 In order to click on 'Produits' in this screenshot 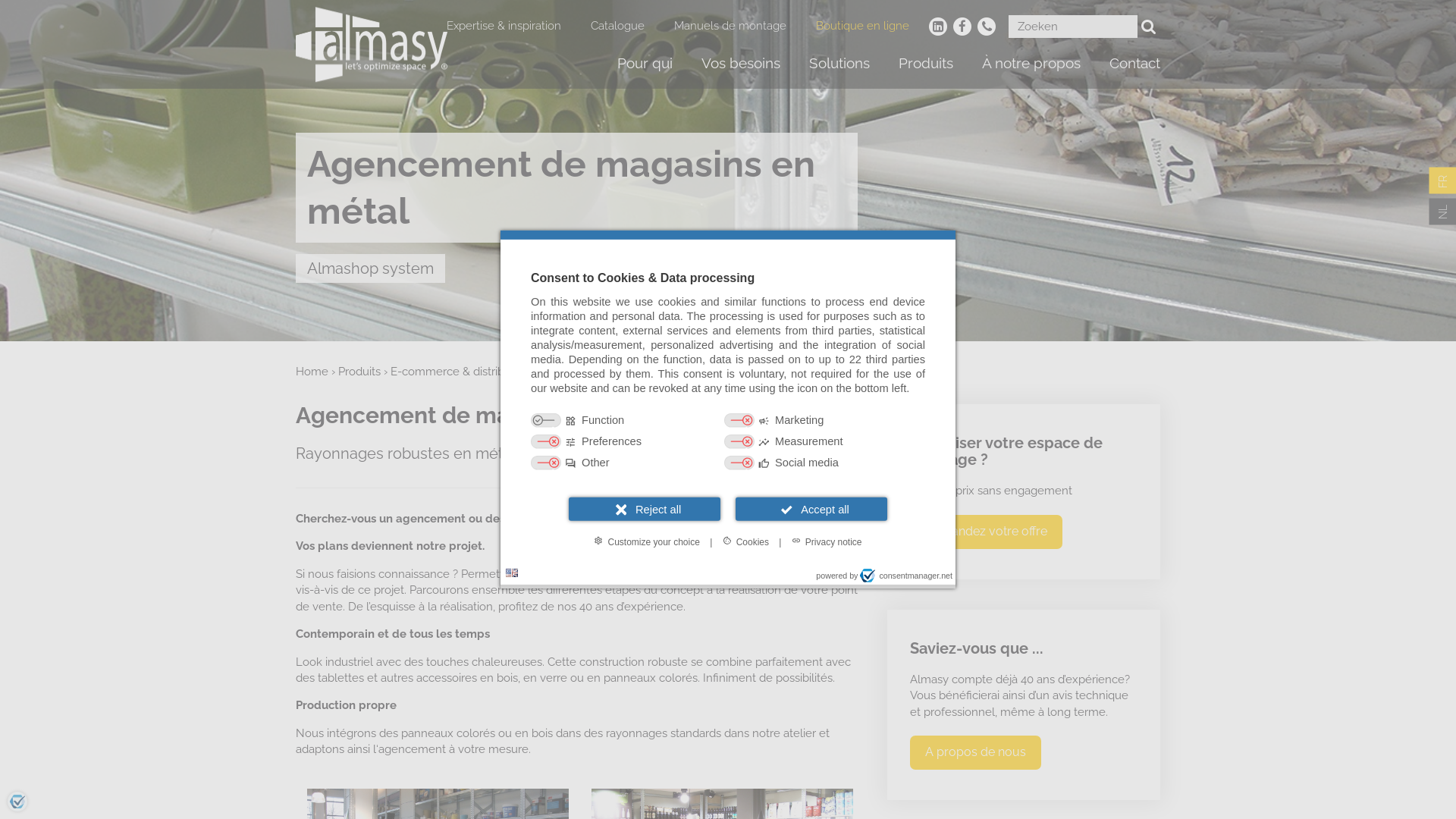, I will do `click(337, 371)`.